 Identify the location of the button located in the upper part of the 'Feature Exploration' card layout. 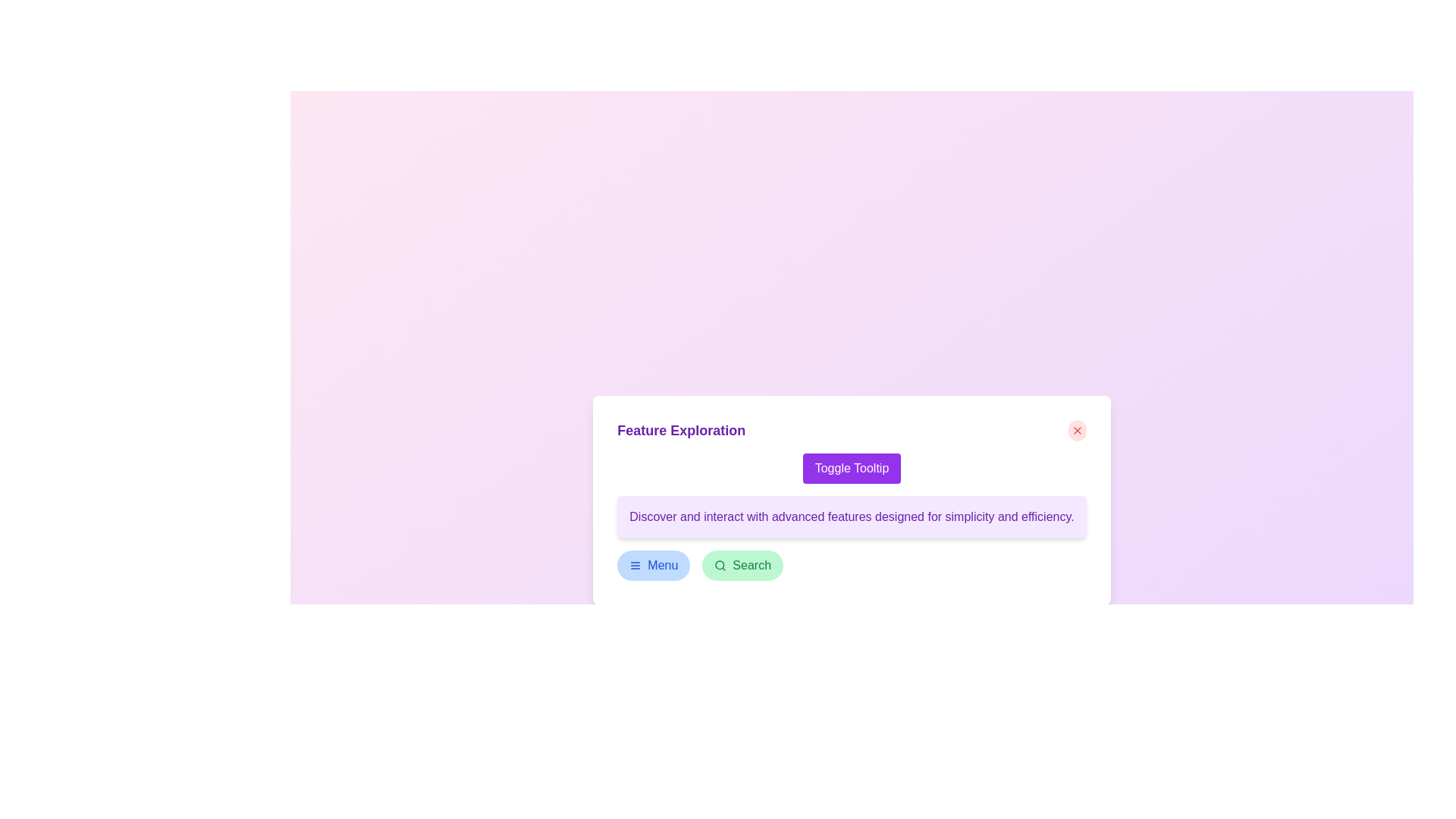
(852, 467).